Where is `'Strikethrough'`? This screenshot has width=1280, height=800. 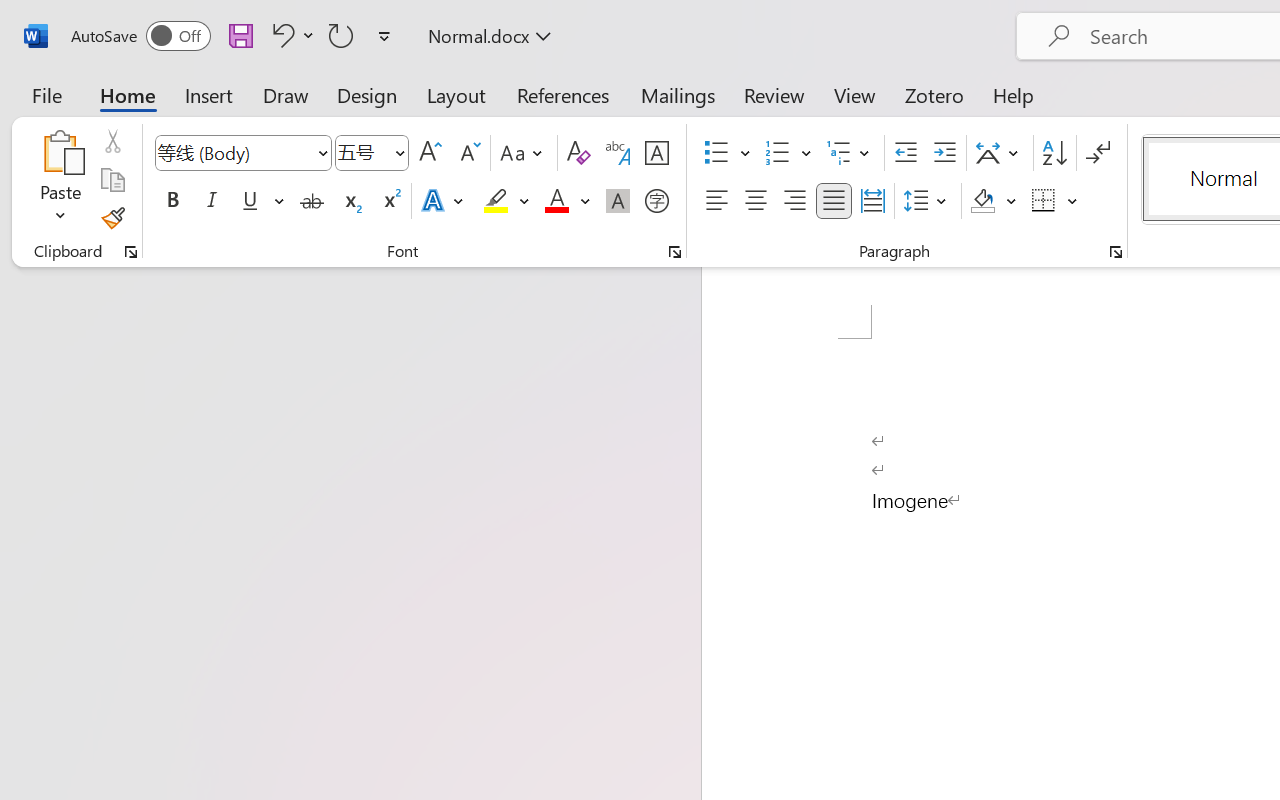 'Strikethrough' is located at coordinates (311, 201).